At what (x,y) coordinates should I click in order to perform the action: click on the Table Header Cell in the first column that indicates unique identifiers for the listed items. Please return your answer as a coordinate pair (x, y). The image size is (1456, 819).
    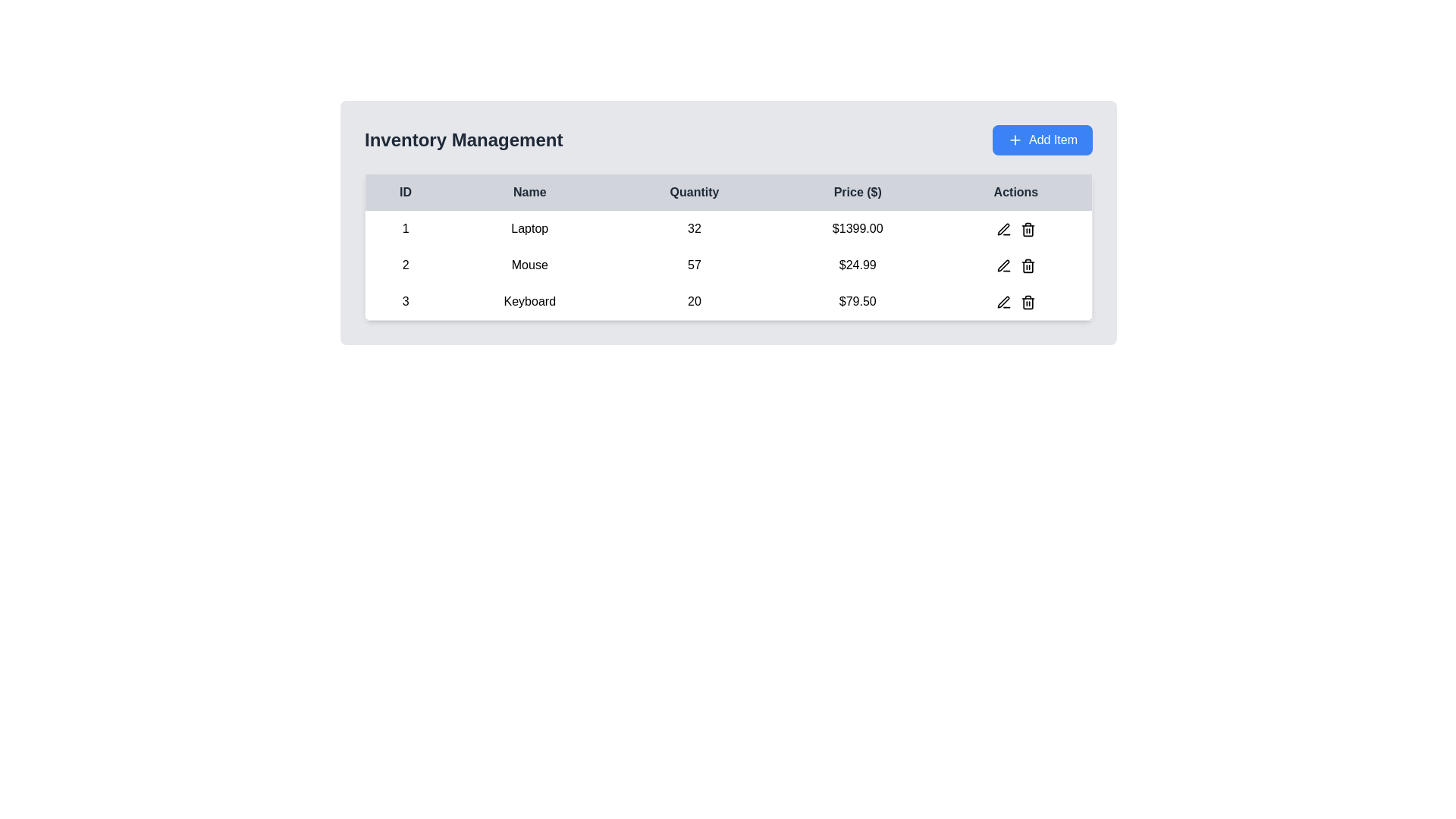
    Looking at the image, I should click on (405, 191).